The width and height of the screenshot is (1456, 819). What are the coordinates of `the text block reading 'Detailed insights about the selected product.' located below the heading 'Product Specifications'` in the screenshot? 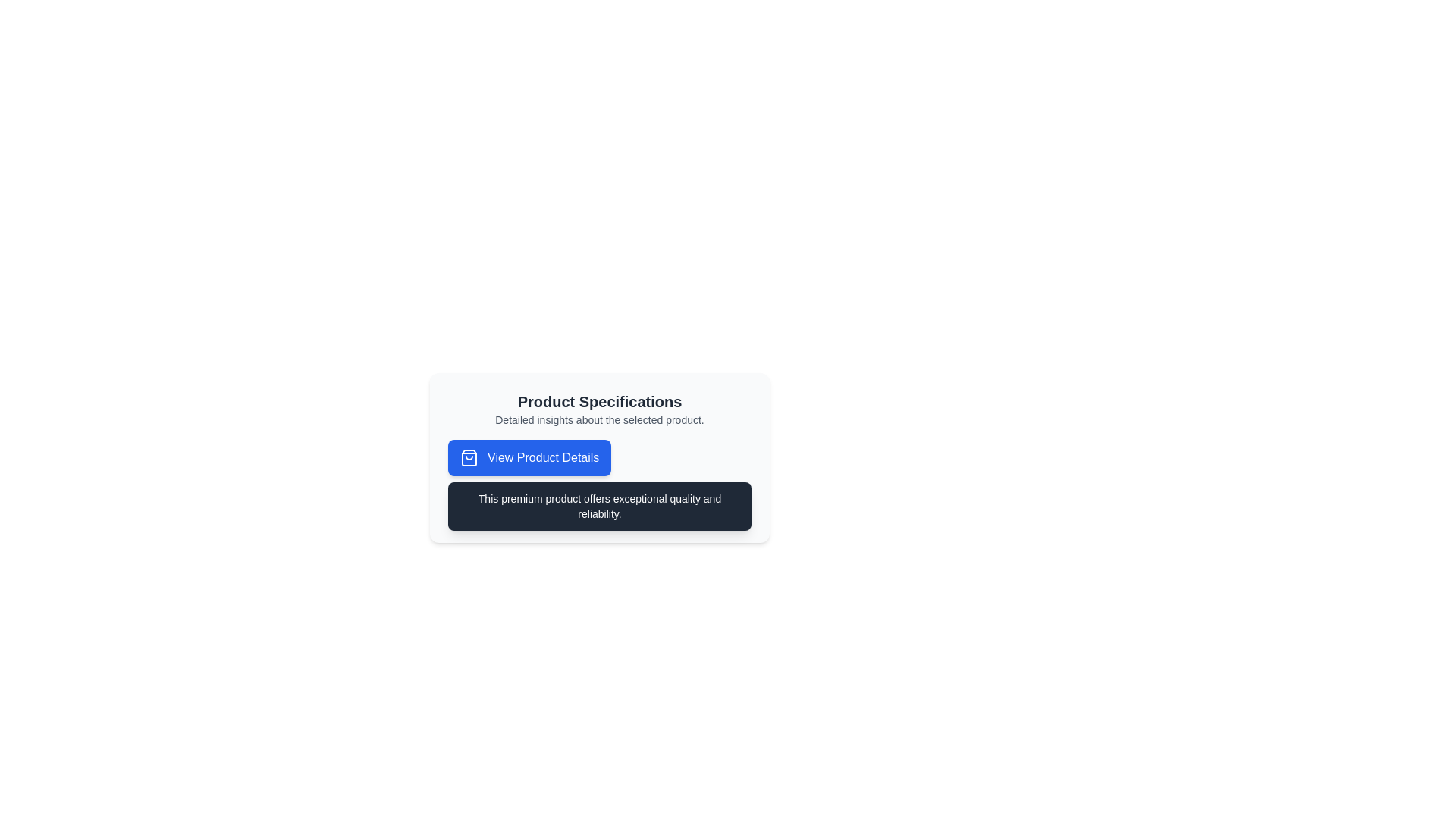 It's located at (599, 420).